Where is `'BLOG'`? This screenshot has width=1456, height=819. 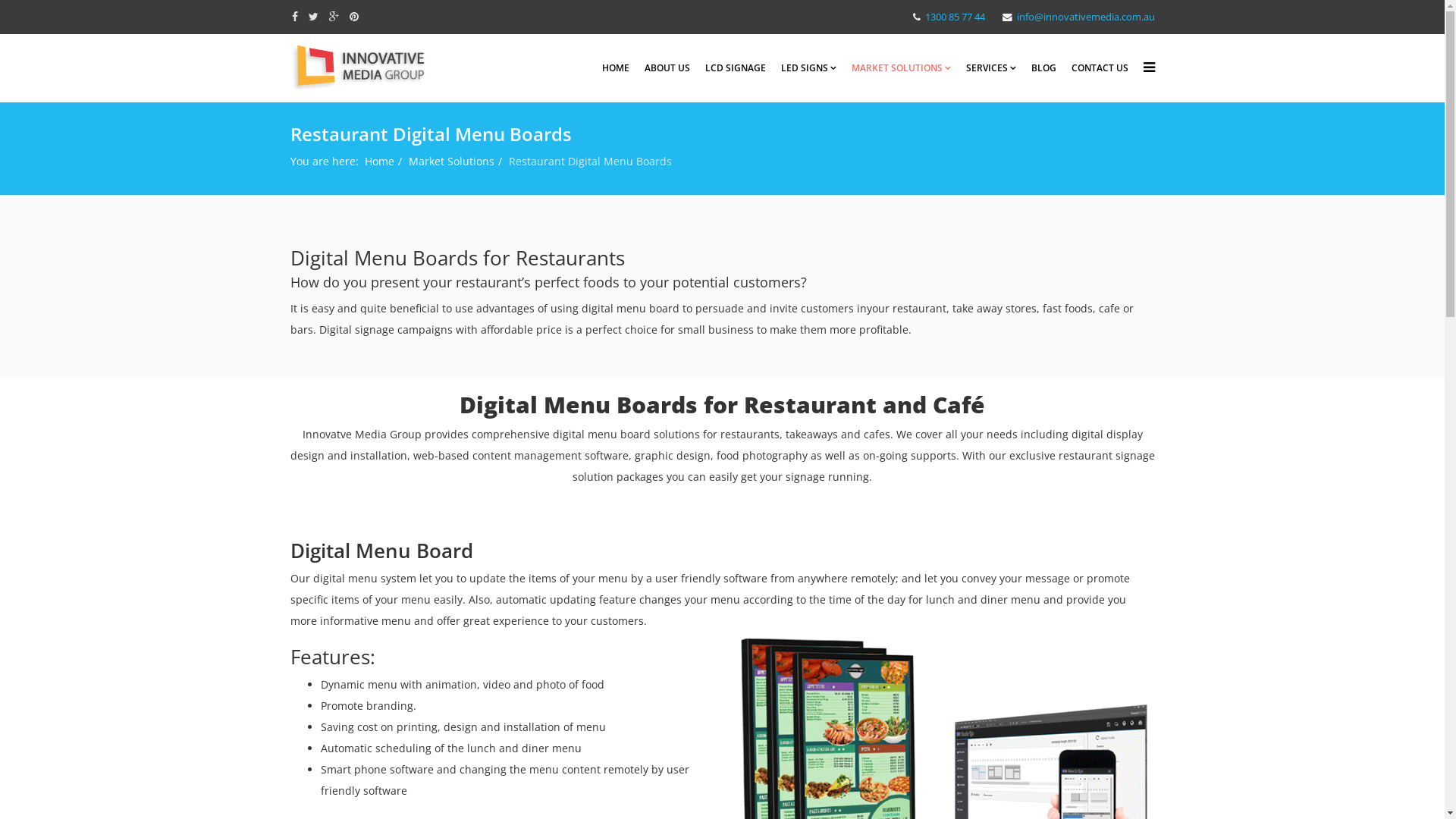
'BLOG' is located at coordinates (1043, 67).